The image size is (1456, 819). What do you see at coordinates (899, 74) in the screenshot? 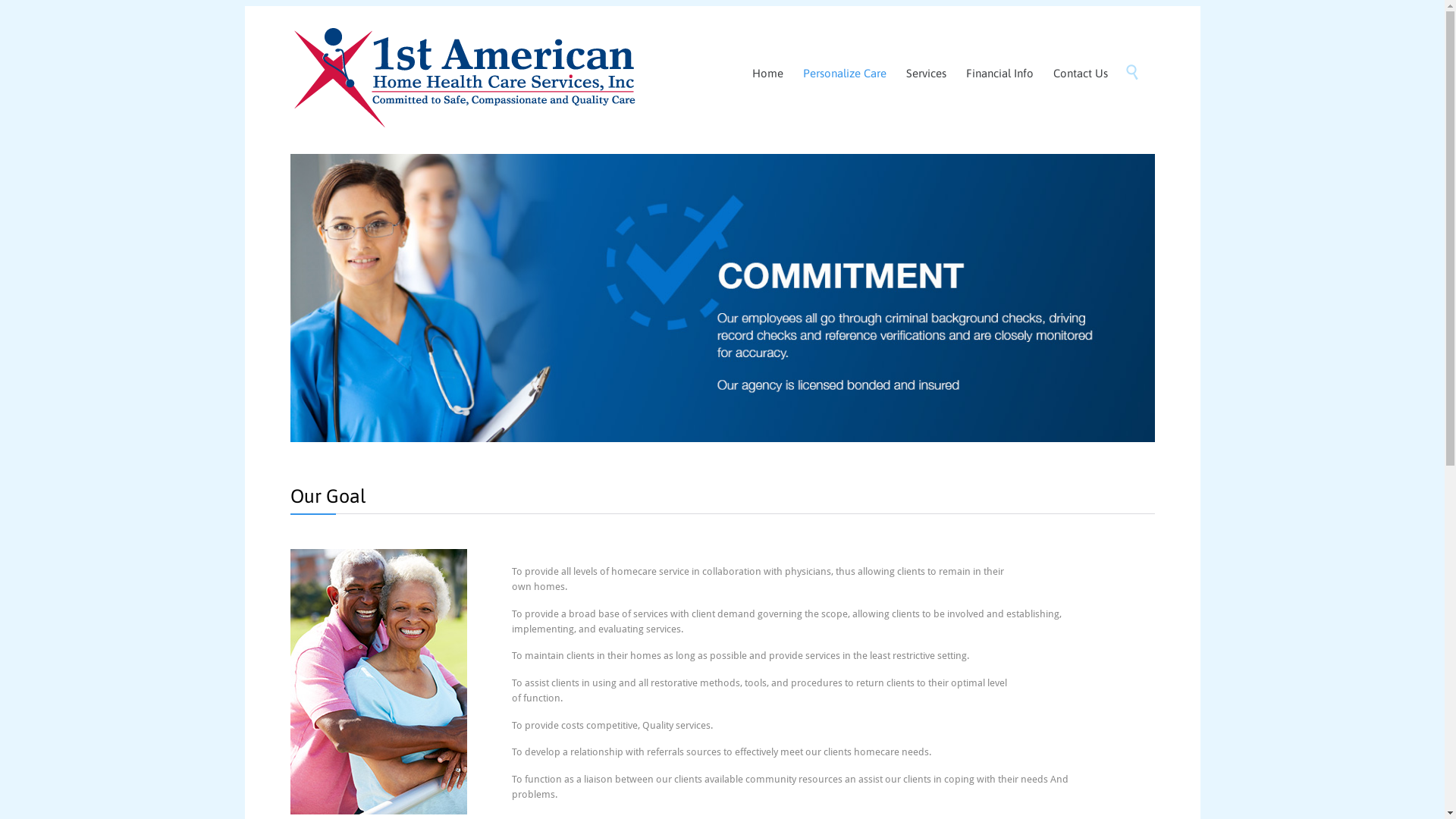
I see `'Services'` at bounding box center [899, 74].